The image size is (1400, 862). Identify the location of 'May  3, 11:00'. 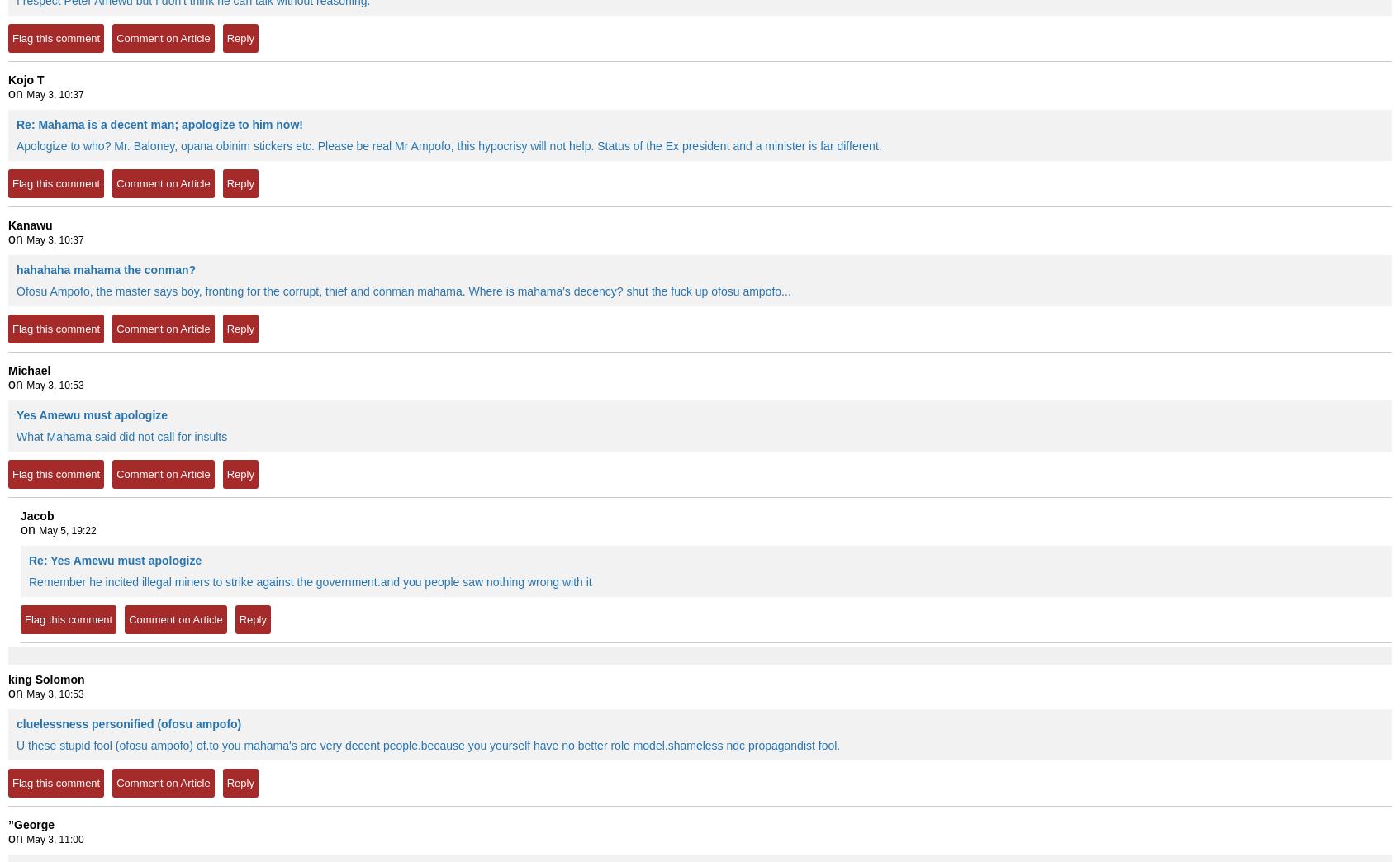
(54, 839).